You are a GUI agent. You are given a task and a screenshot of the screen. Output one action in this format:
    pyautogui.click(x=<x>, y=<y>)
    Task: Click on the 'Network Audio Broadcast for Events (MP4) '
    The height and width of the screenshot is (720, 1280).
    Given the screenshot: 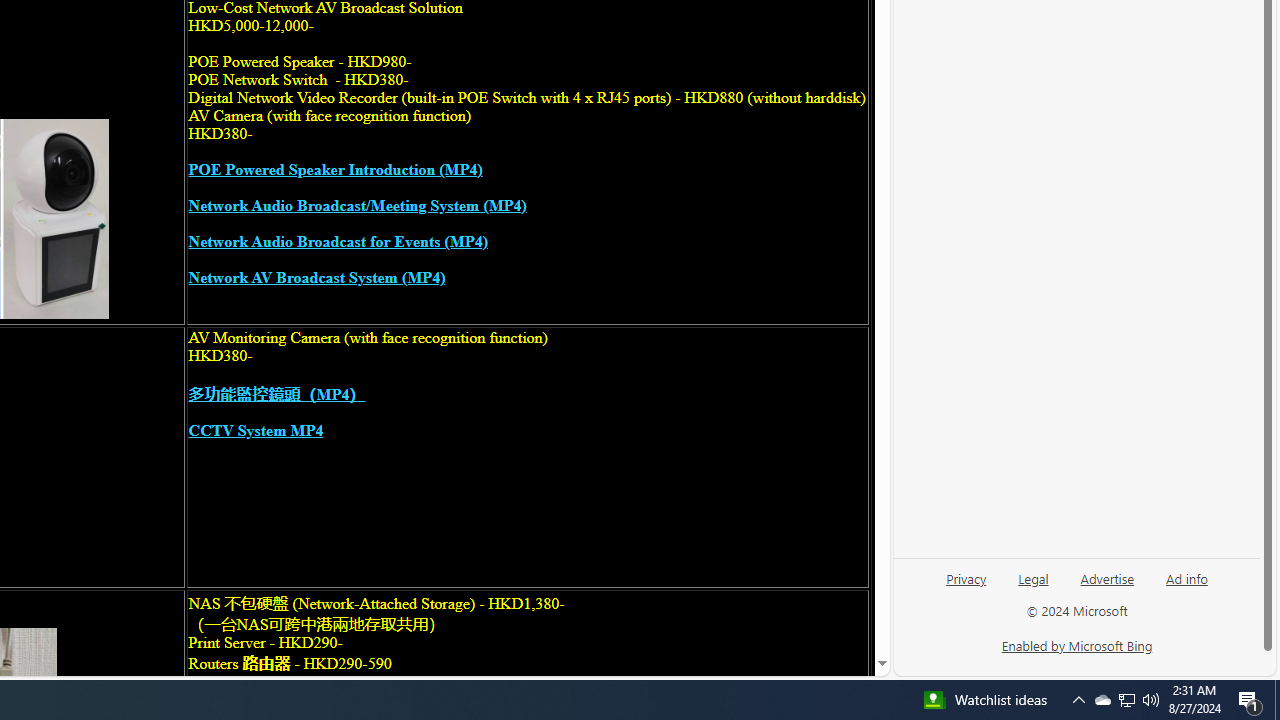 What is the action you would take?
    pyautogui.click(x=337, y=241)
    